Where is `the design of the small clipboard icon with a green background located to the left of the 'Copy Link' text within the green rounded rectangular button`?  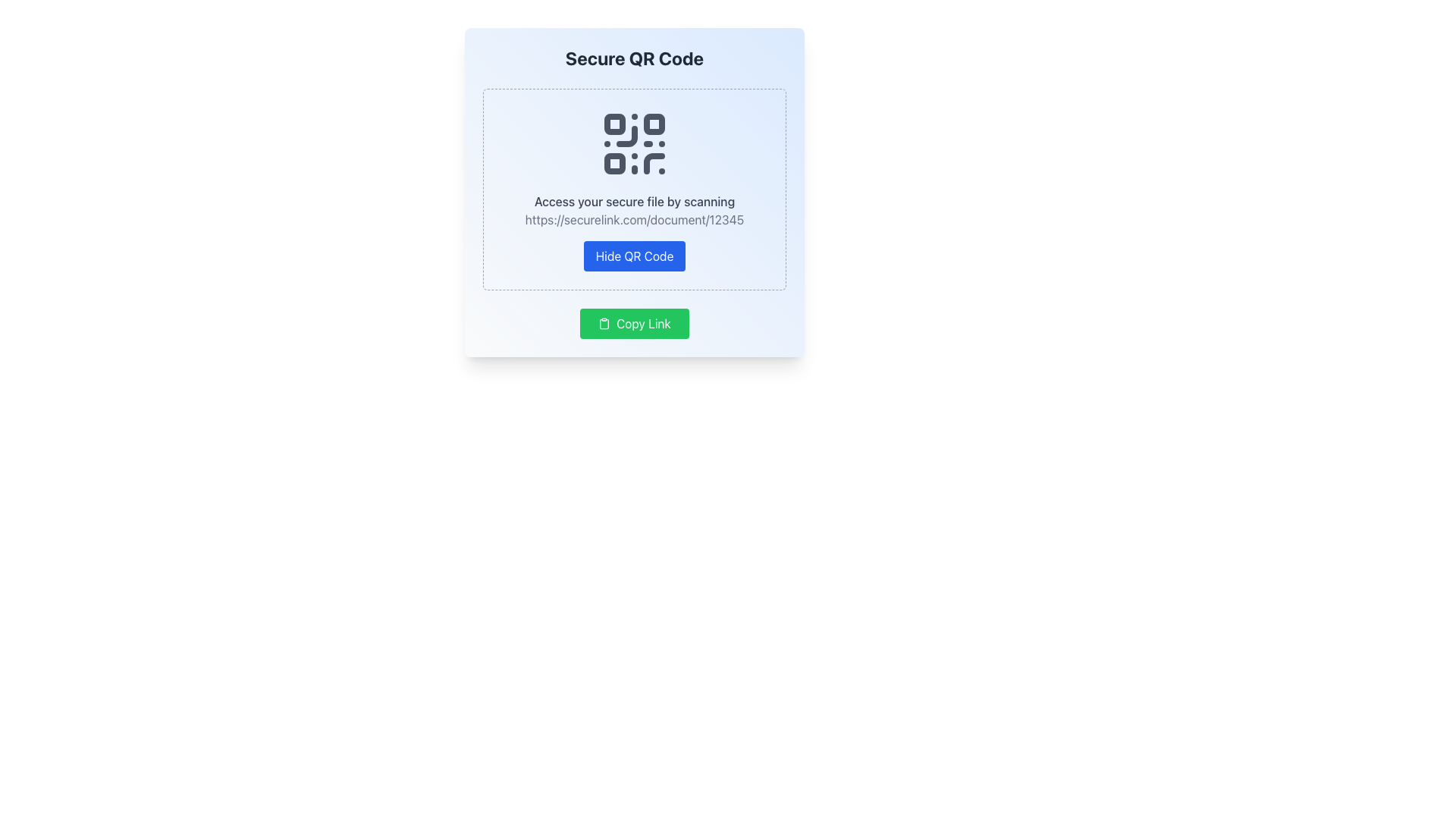 the design of the small clipboard icon with a green background located to the left of the 'Copy Link' text within the green rounded rectangular button is located at coordinates (604, 323).